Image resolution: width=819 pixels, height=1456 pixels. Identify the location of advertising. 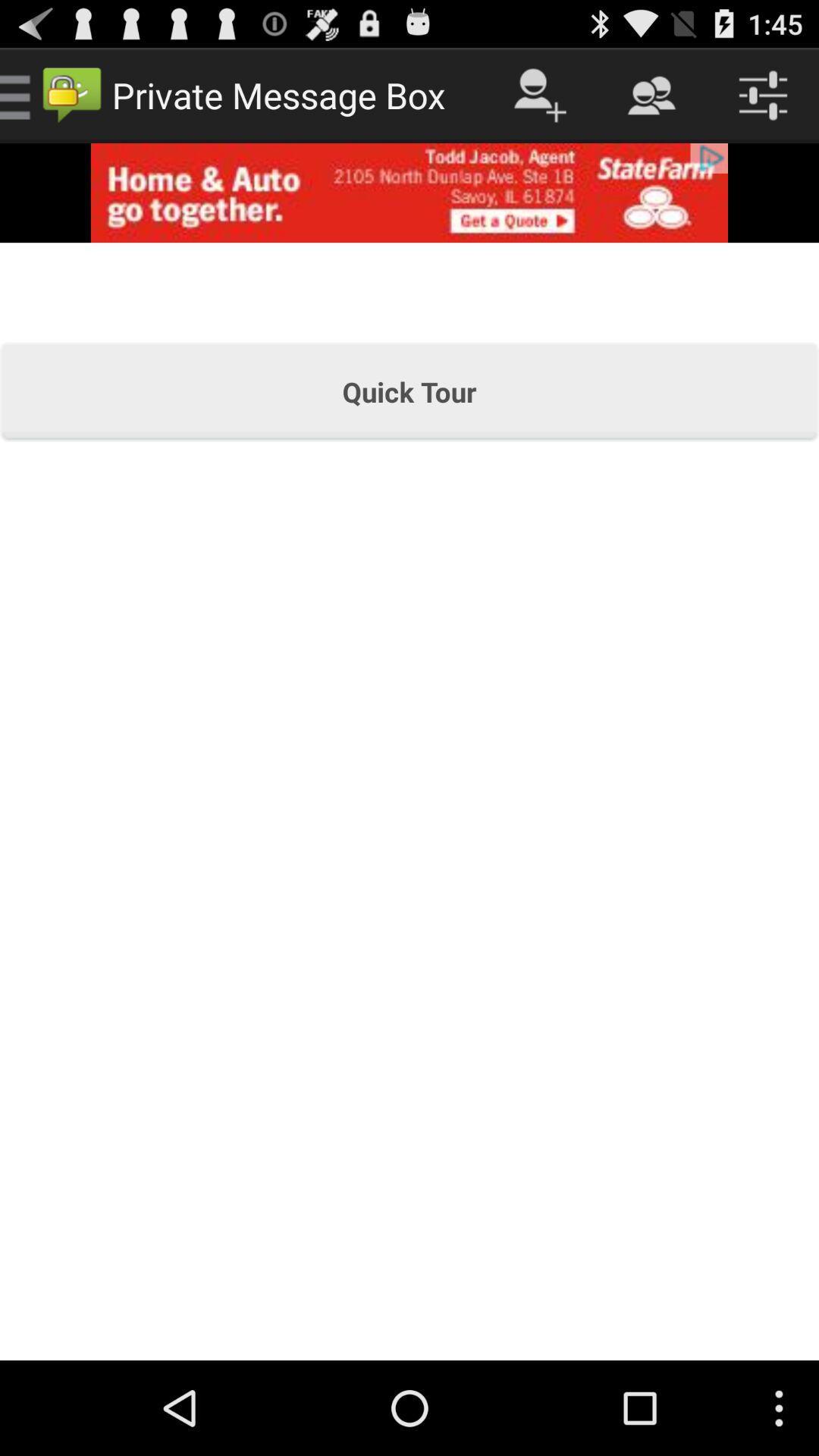
(409, 192).